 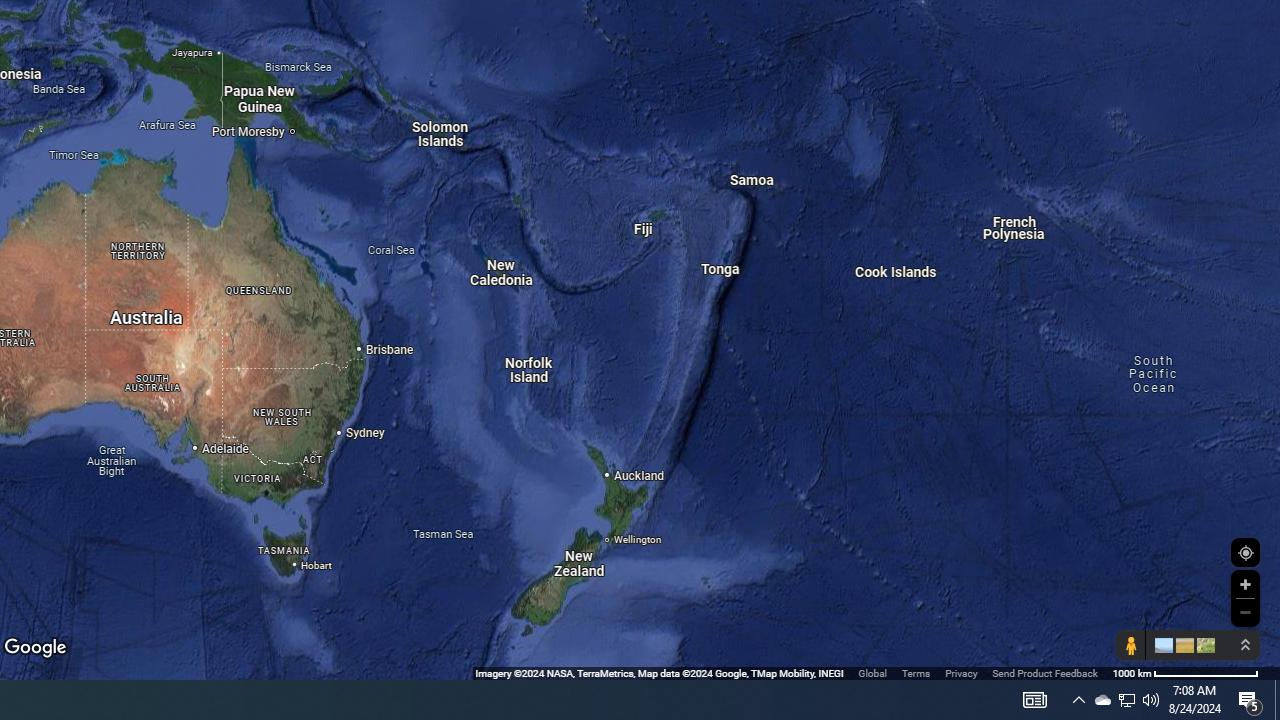 I want to click on '1000 km', so click(x=1185, y=673).